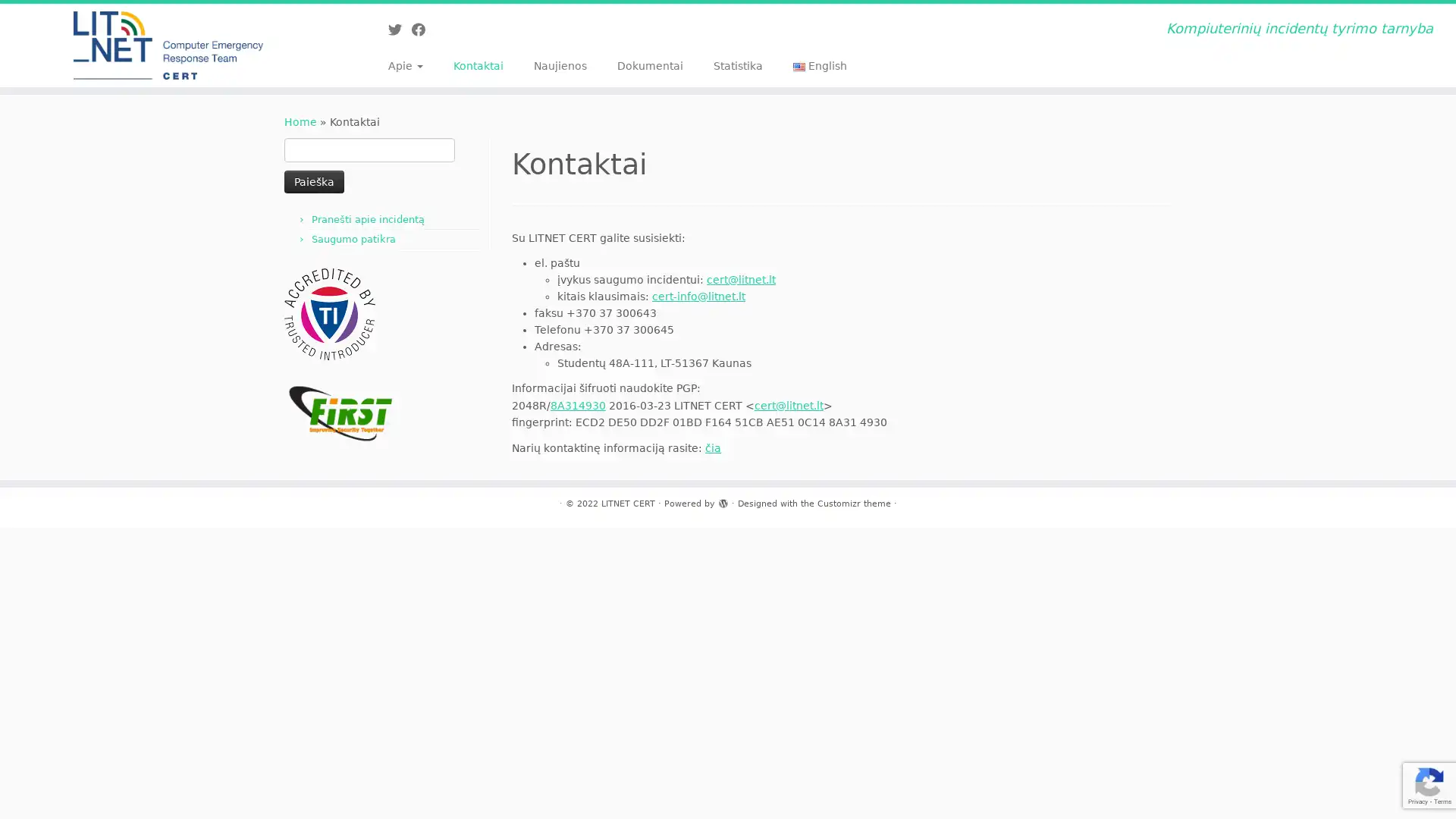 The image size is (1456, 819). Describe the element at coordinates (313, 180) in the screenshot. I see `Paieska` at that location.